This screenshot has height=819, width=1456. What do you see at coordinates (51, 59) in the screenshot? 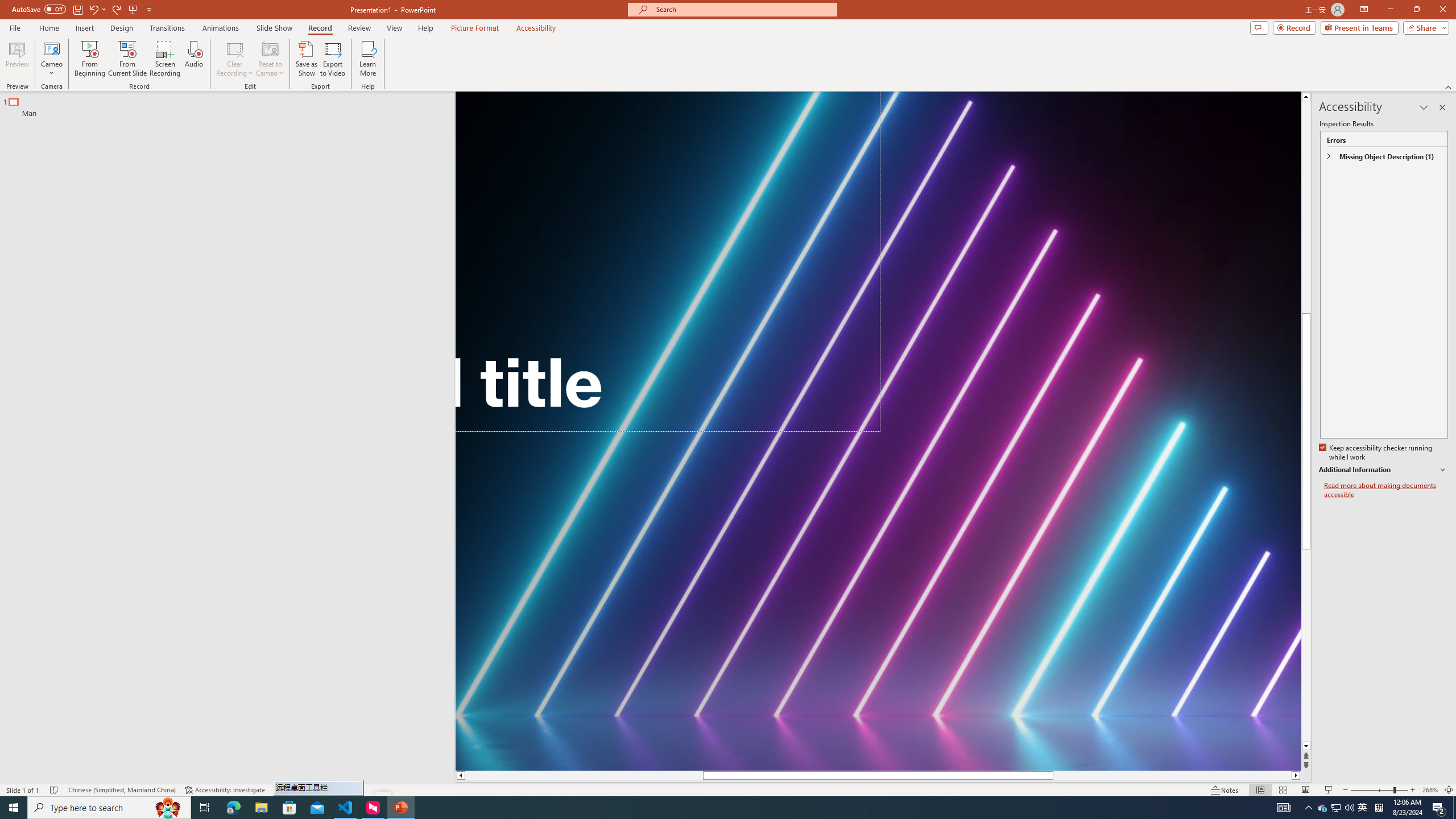
I see `'Cameo'` at bounding box center [51, 59].